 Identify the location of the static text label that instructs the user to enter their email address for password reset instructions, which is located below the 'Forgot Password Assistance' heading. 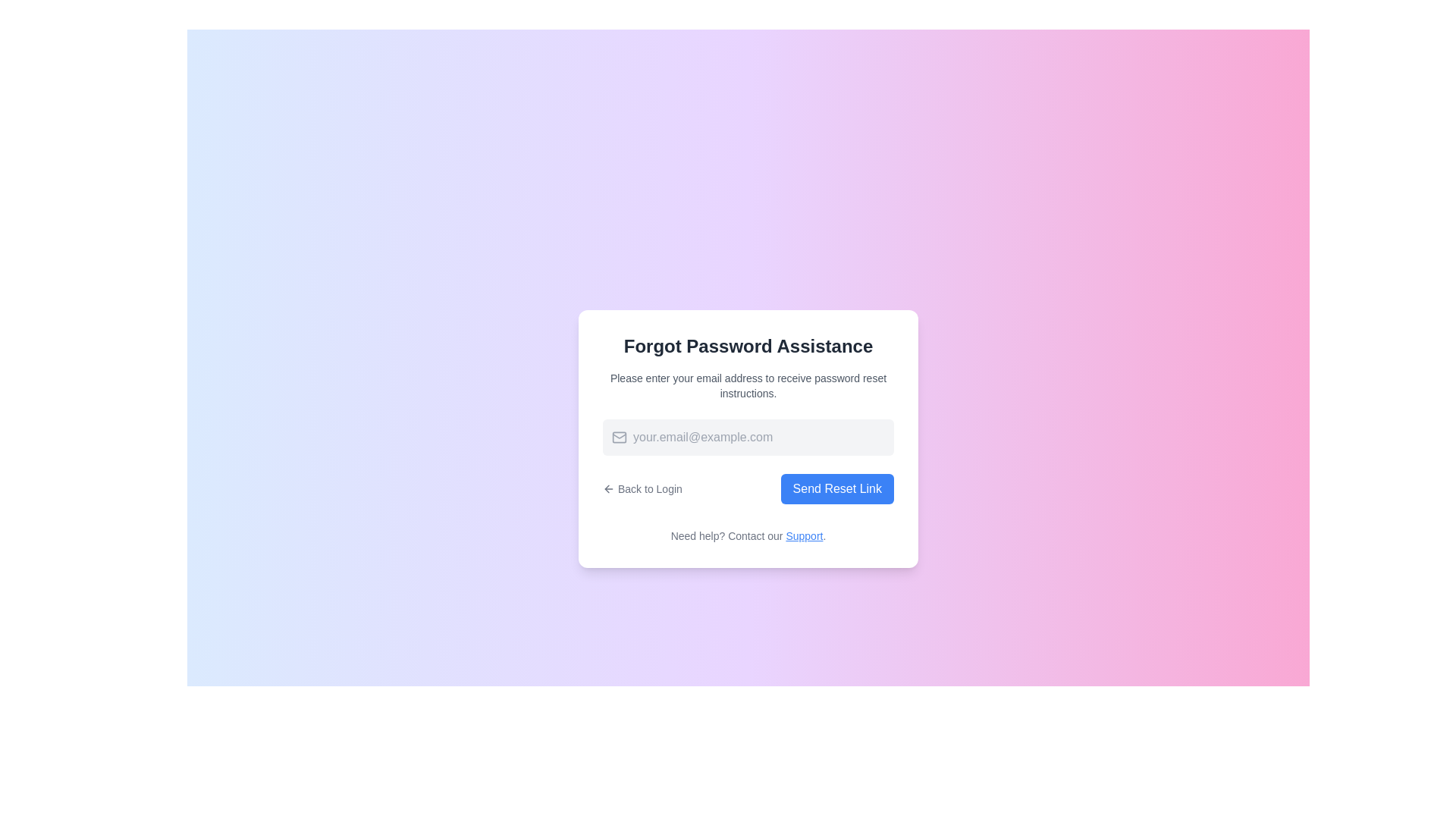
(748, 385).